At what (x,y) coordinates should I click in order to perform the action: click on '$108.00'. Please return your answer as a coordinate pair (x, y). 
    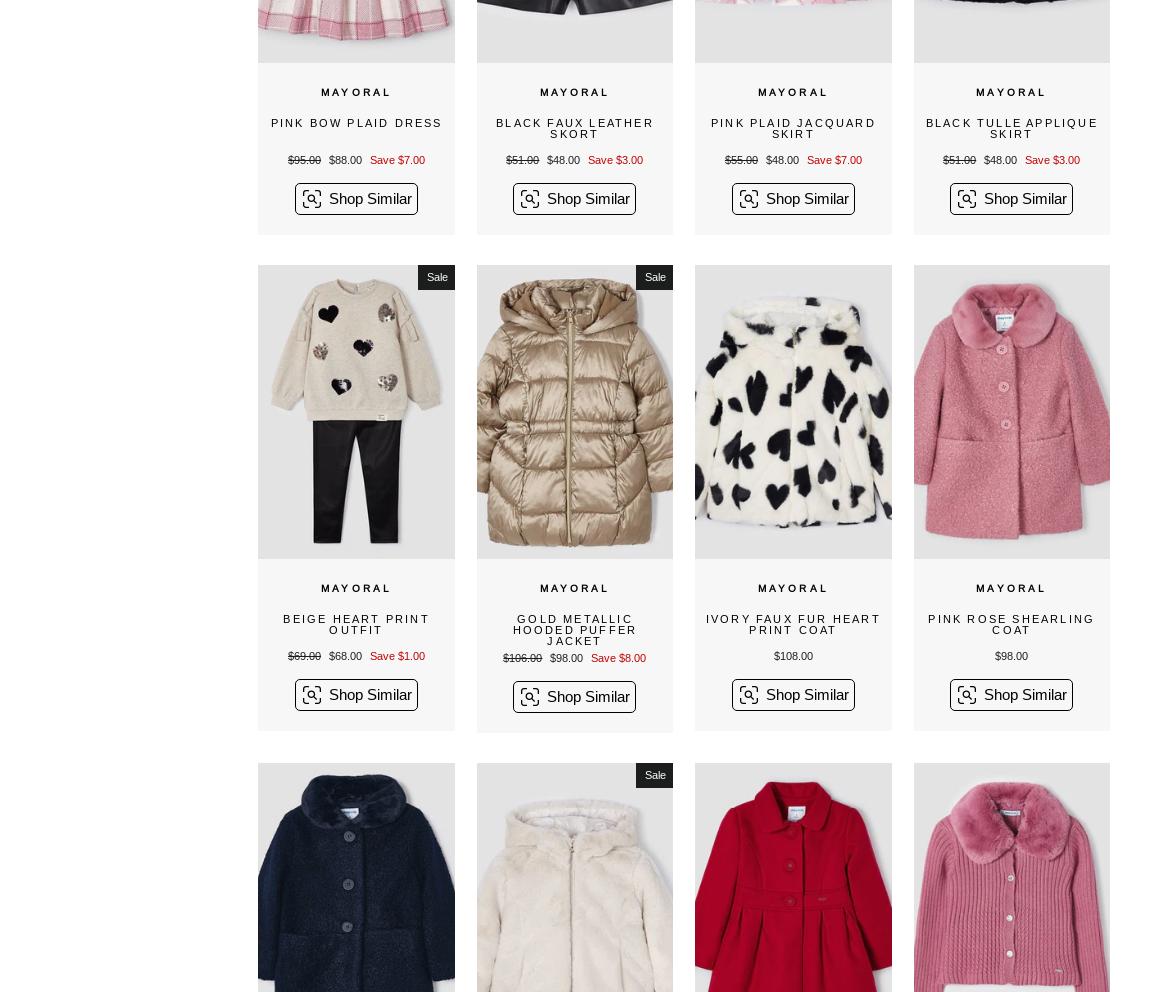
    Looking at the image, I should click on (772, 656).